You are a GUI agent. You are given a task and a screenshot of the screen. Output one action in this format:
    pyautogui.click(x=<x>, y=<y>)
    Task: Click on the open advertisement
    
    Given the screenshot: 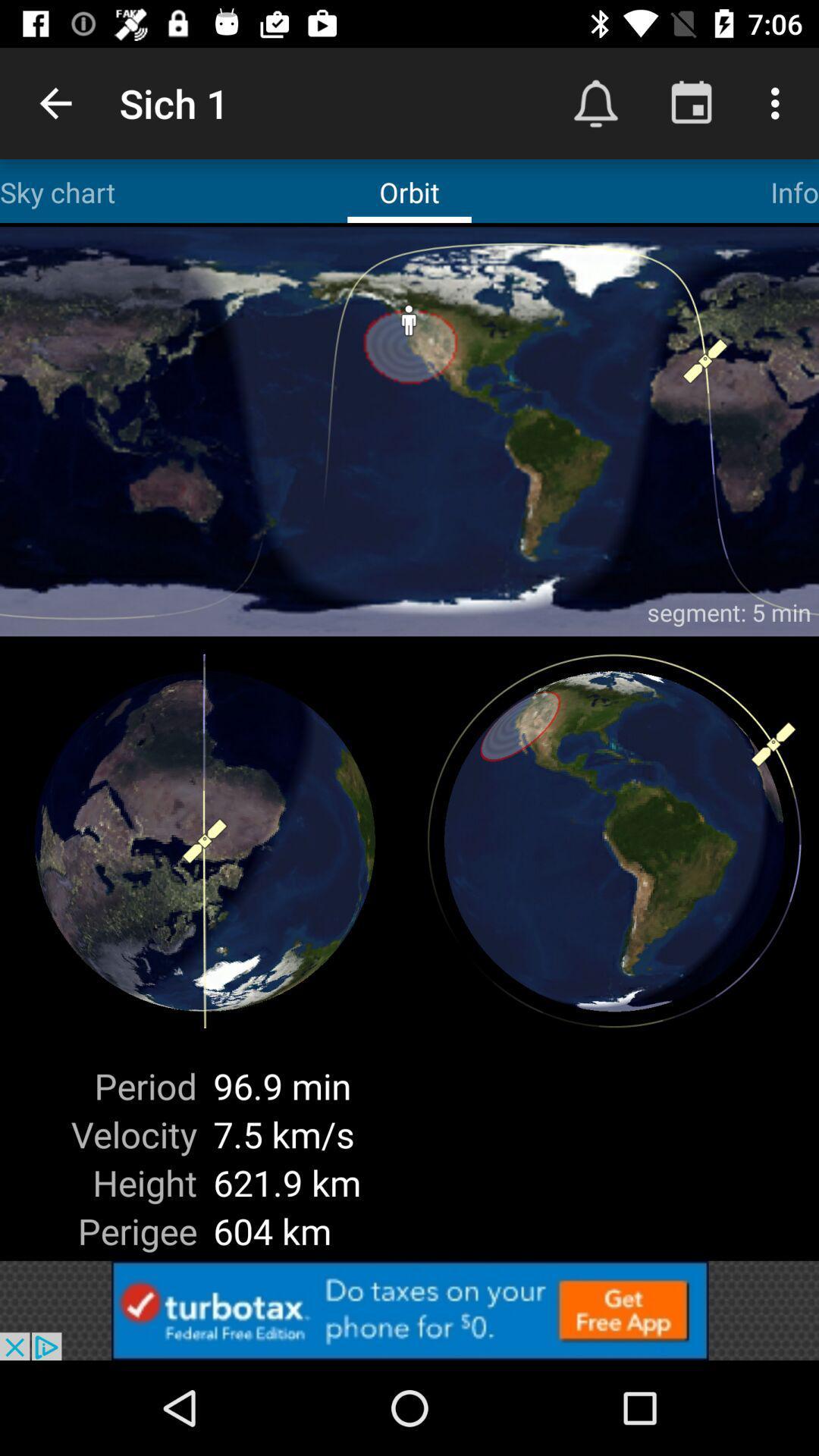 What is the action you would take?
    pyautogui.click(x=409, y=1310)
    